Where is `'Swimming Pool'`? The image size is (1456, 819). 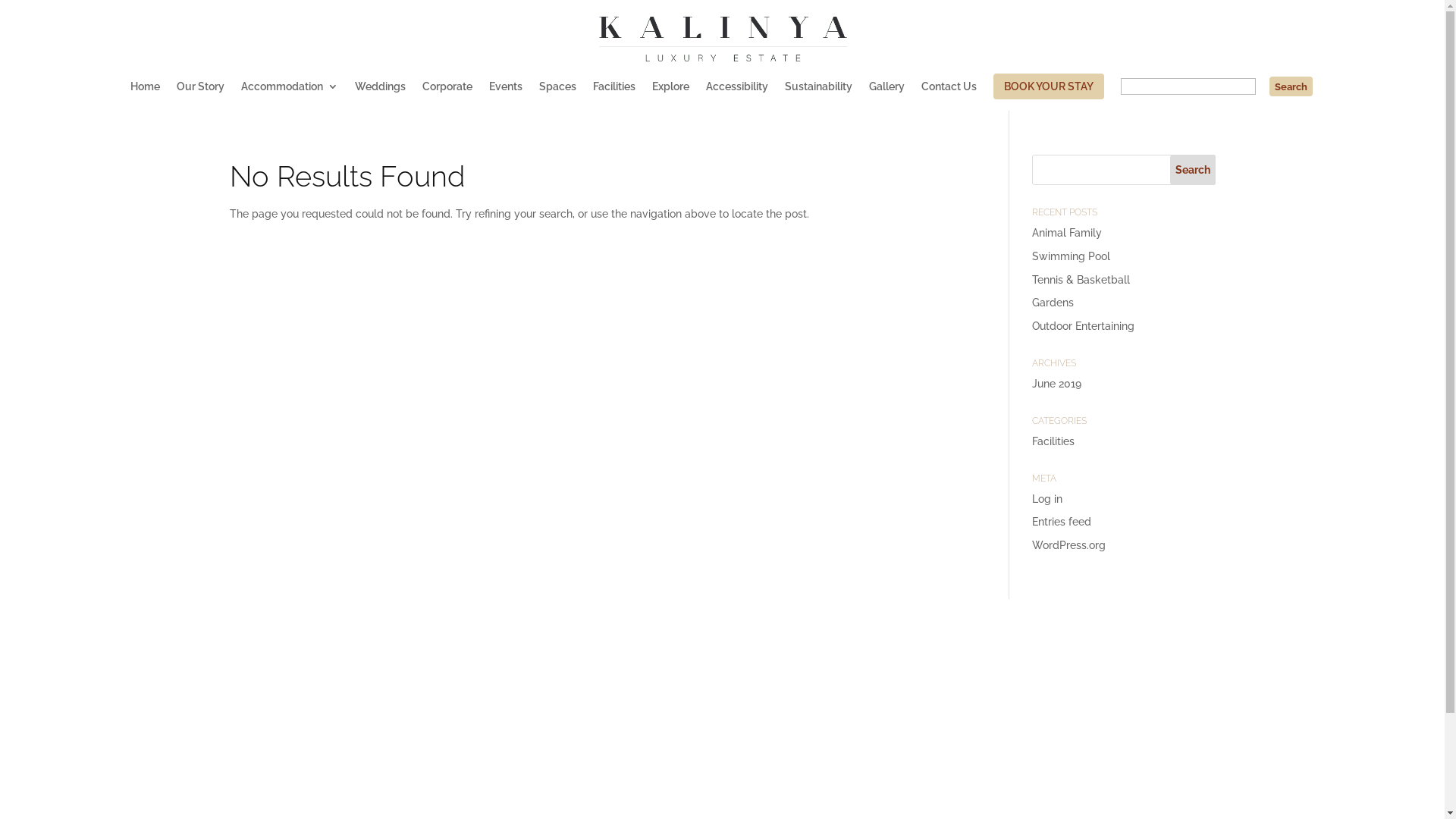 'Swimming Pool' is located at coordinates (1031, 256).